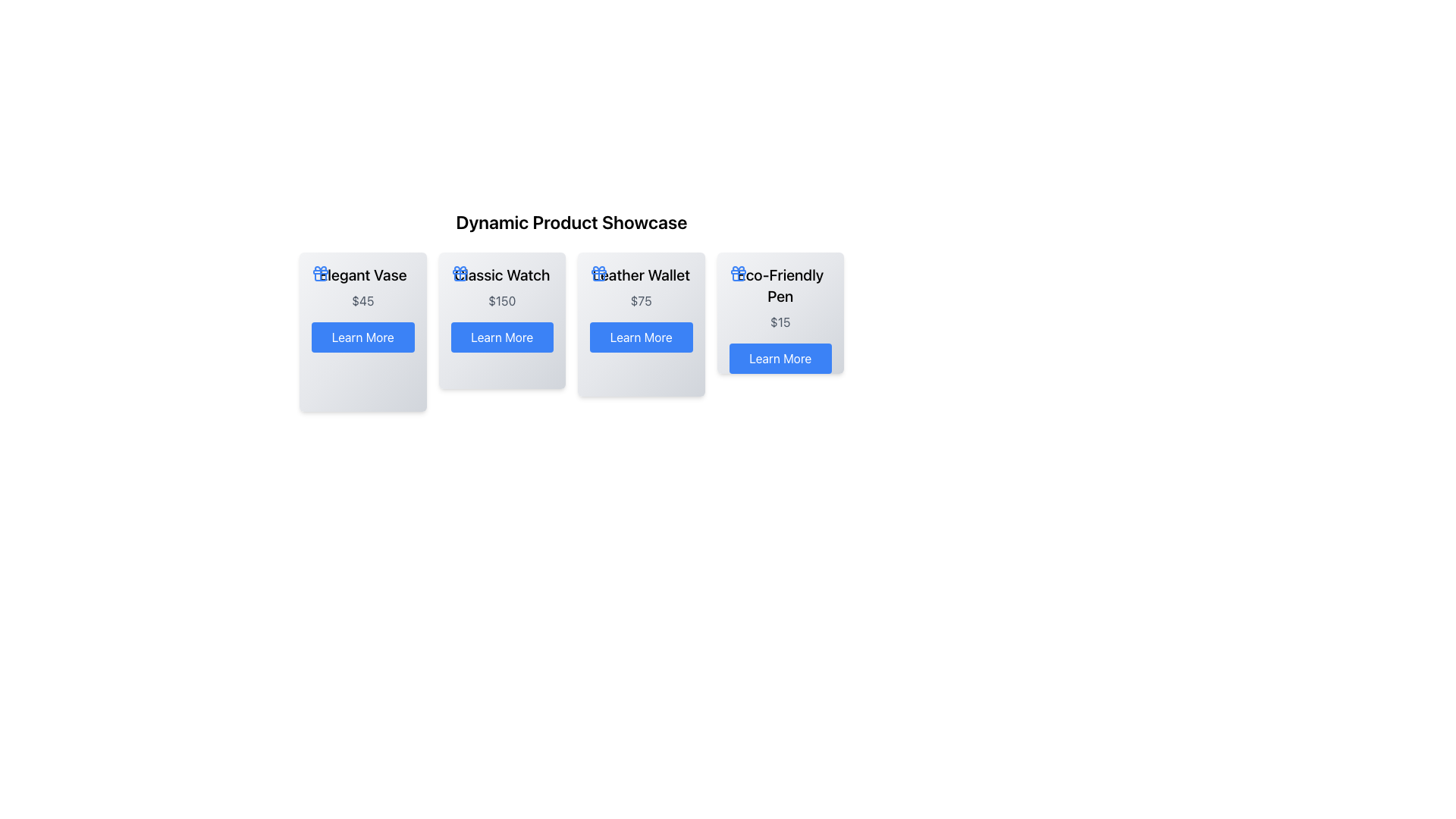 The image size is (1456, 819). I want to click on product details displayed on the 'Elegant Vase' interactive content card, which is the first item in the grid layout of the 'Dynamic Product Showcase', so click(362, 331).